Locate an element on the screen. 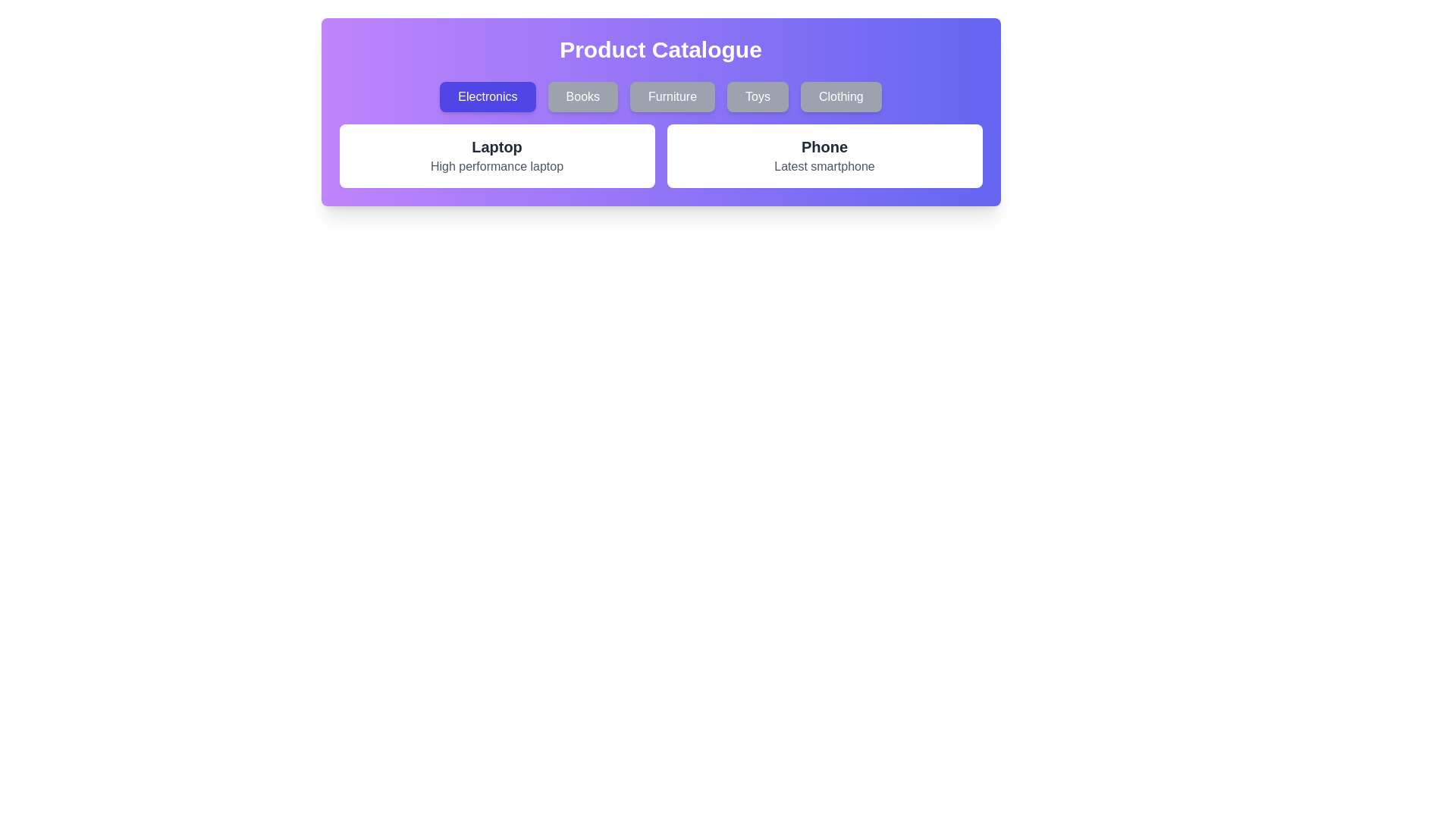  the category button labeled Clothing to filter products is located at coordinates (839, 96).